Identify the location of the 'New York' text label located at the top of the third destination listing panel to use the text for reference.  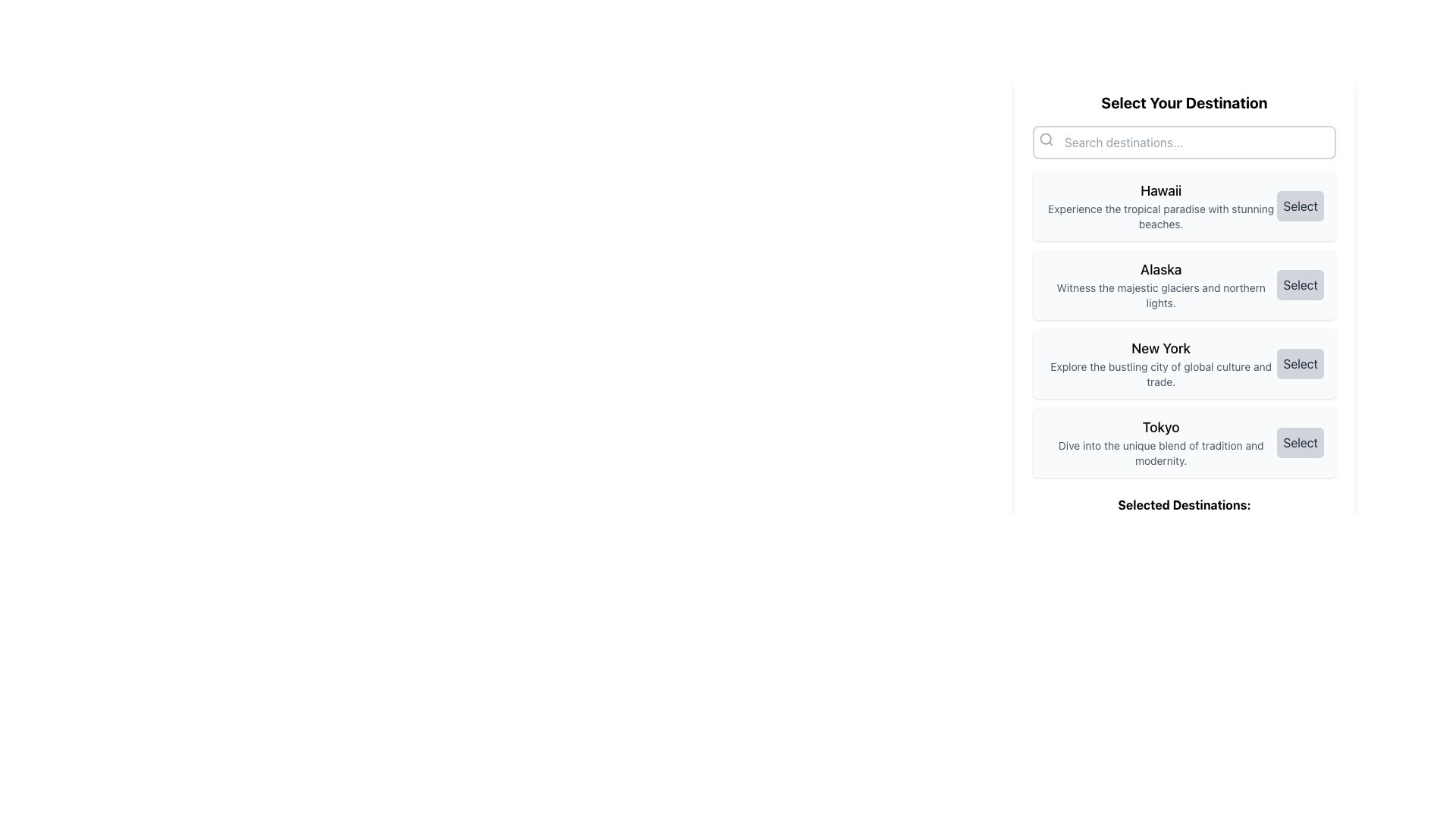
(1160, 348).